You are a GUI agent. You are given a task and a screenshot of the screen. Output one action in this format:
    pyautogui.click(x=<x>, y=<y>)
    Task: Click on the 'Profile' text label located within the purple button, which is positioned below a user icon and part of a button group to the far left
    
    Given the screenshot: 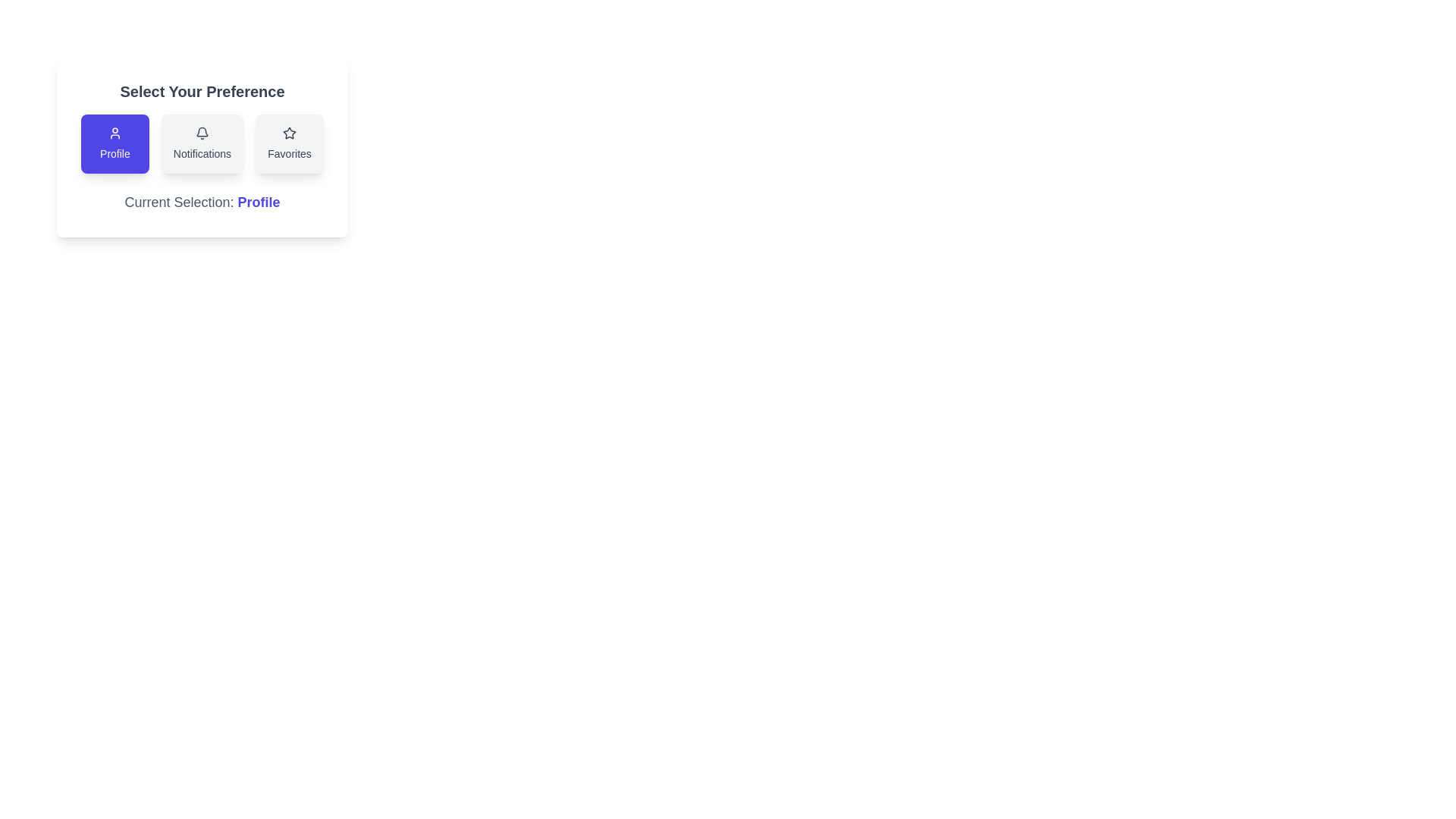 What is the action you would take?
    pyautogui.click(x=114, y=154)
    